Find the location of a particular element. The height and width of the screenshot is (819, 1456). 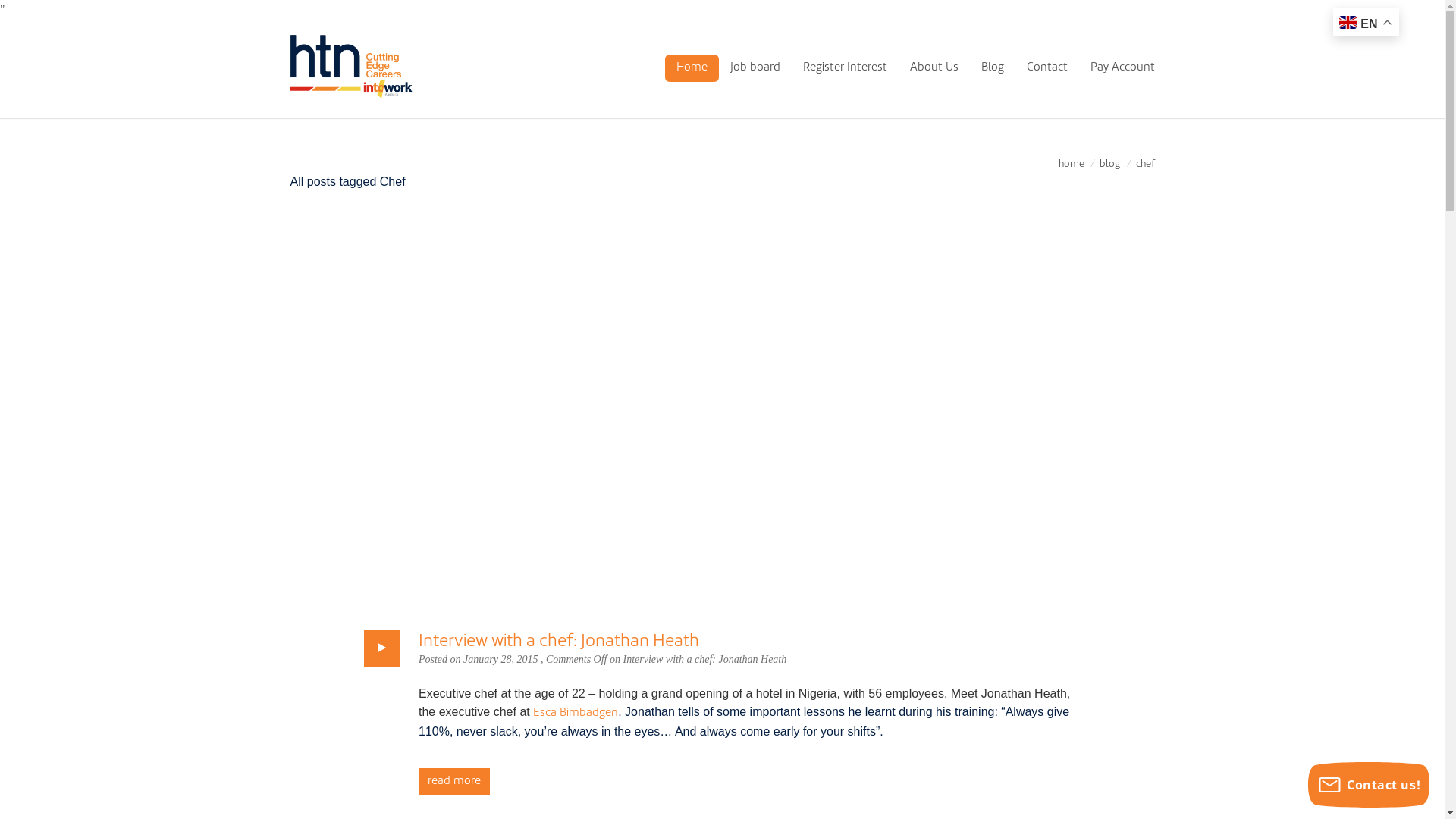

'Esca Bimbadgen' is located at coordinates (574, 713).